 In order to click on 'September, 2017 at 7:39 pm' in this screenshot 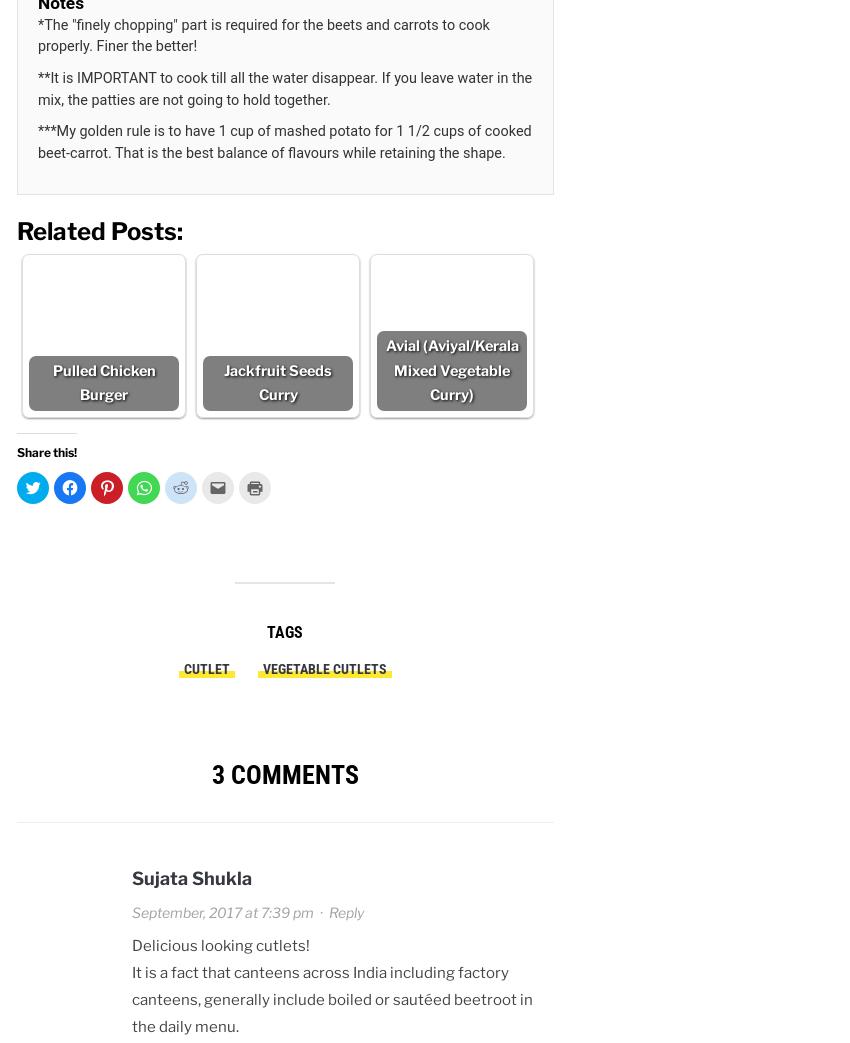, I will do `click(223, 910)`.